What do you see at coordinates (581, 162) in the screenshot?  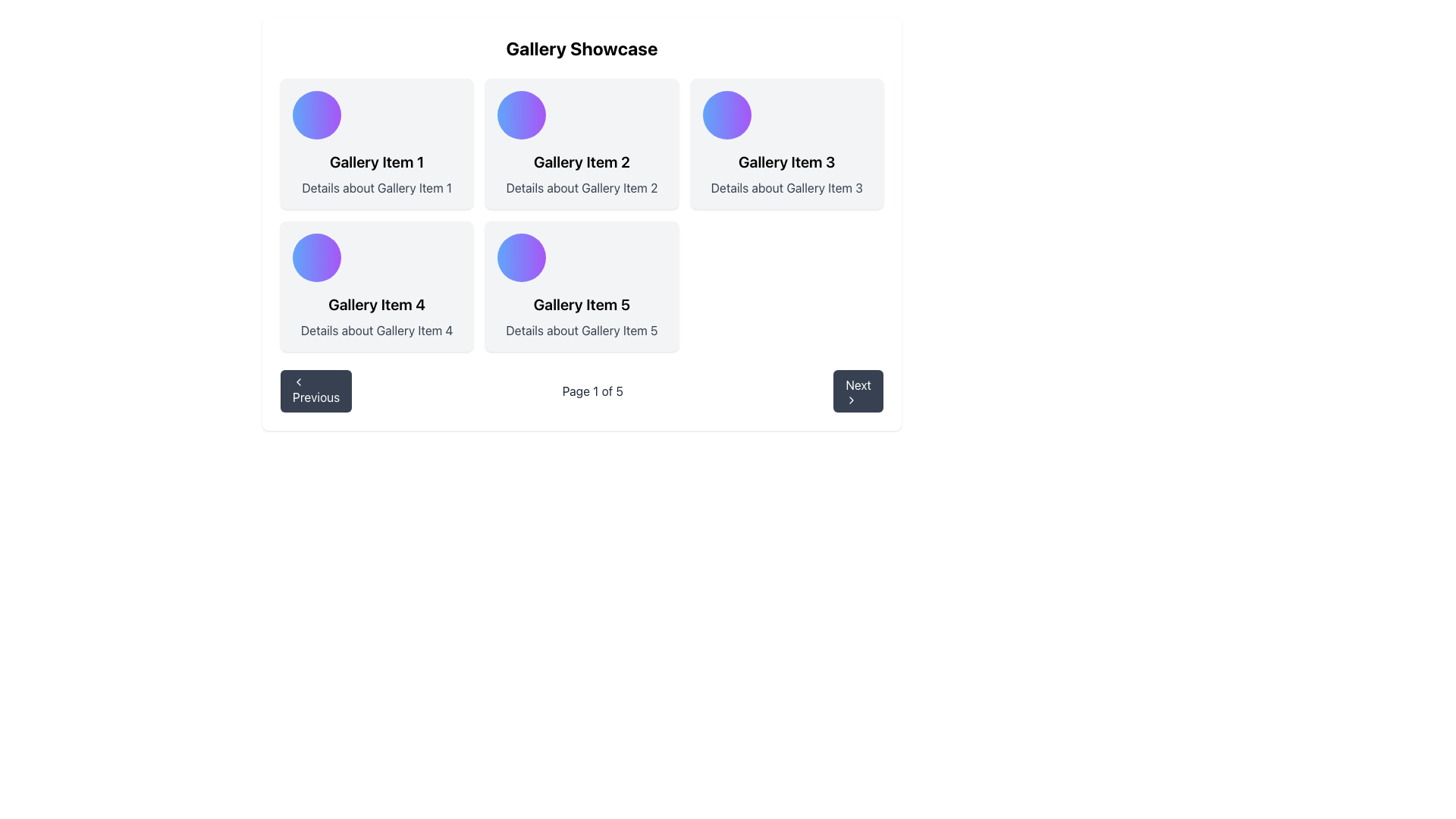 I see `text element labeled 'Gallery Item 2', which is styled in bold and larger font, located in the top-middle of the second card in a grid layout with a light gray backdrop` at bounding box center [581, 162].